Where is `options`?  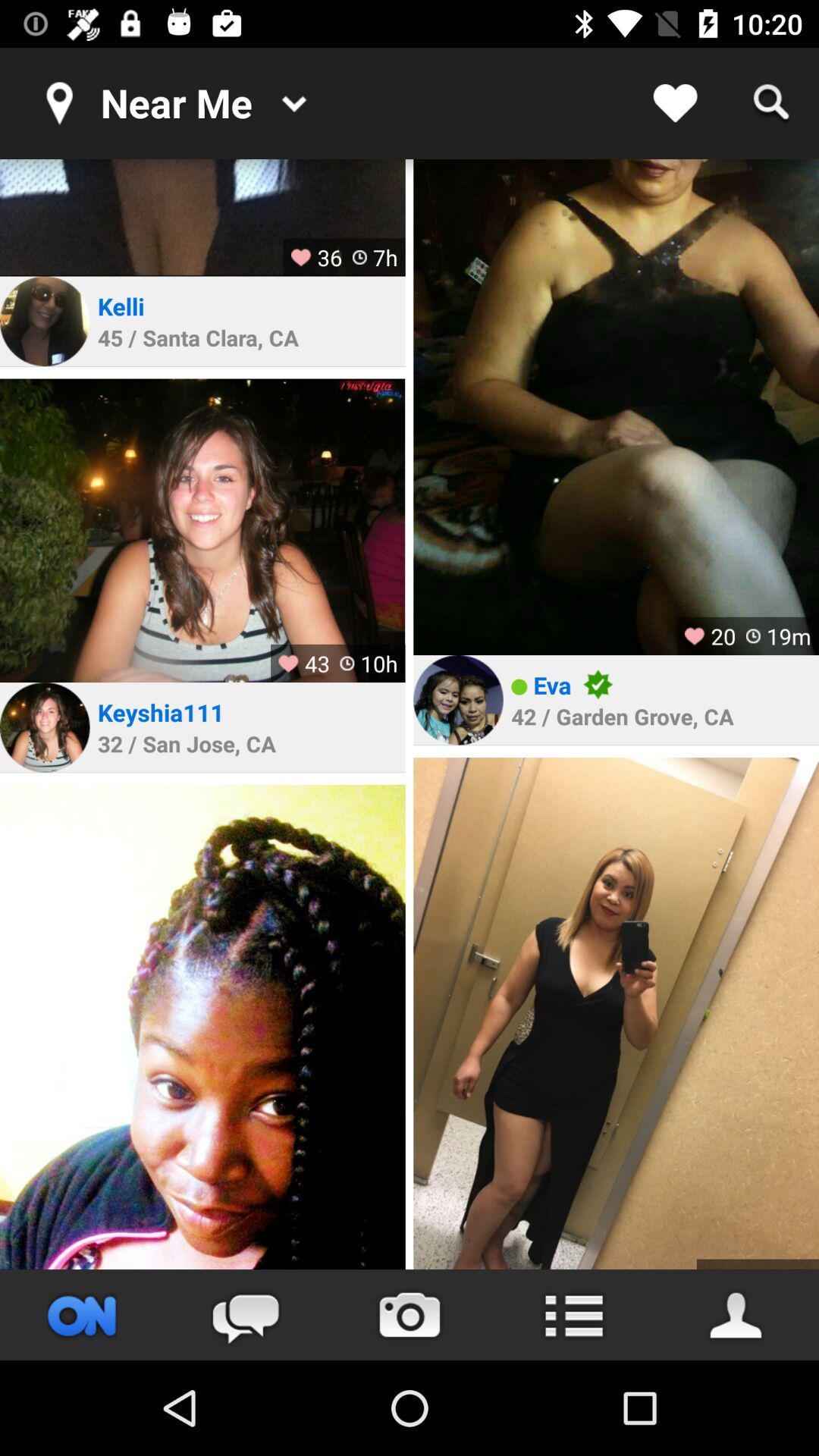 options is located at coordinates (573, 1314).